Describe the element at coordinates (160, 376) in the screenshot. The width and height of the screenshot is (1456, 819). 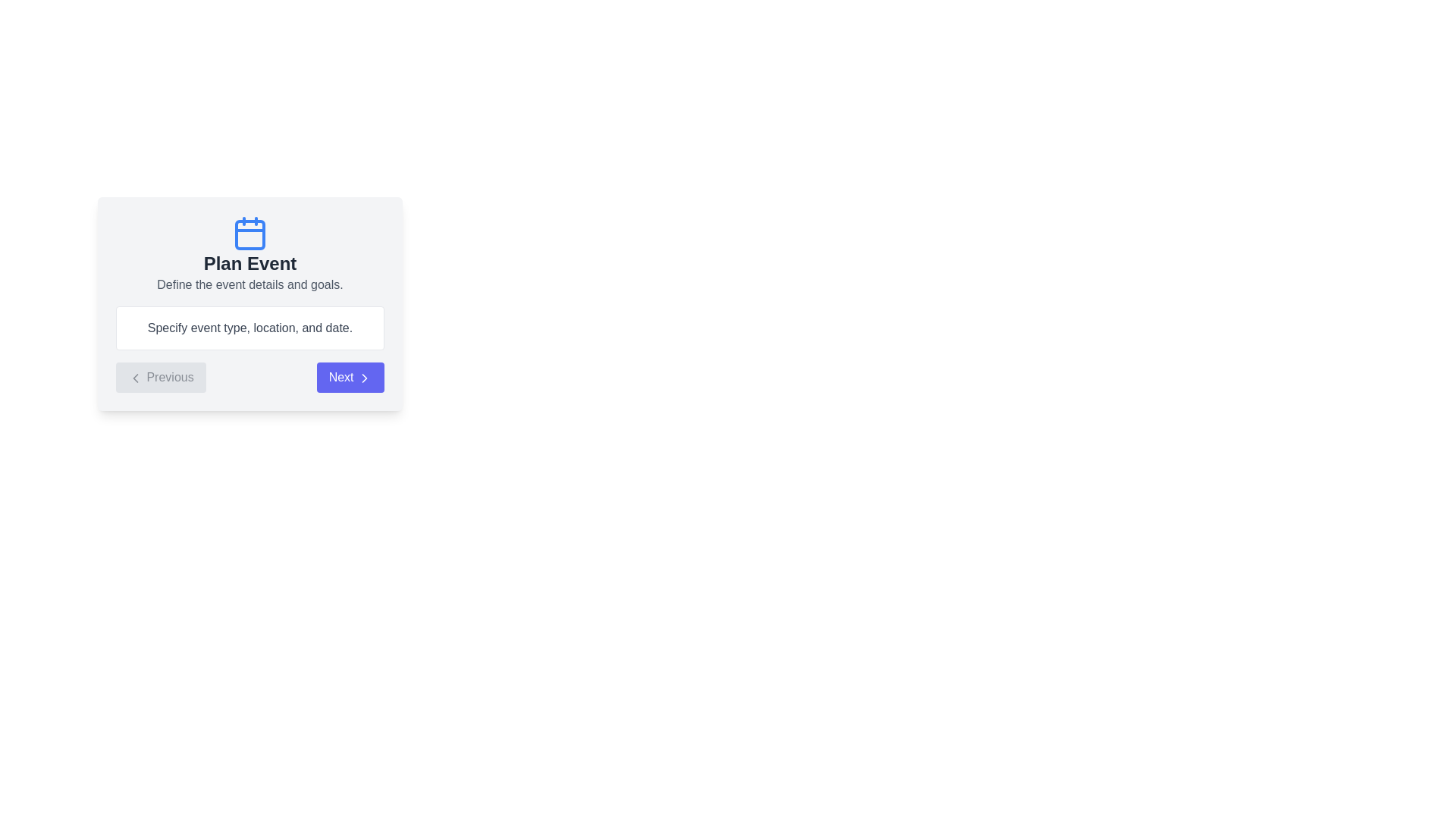
I see `the 'Previous' button to navigate to the previous step` at that location.